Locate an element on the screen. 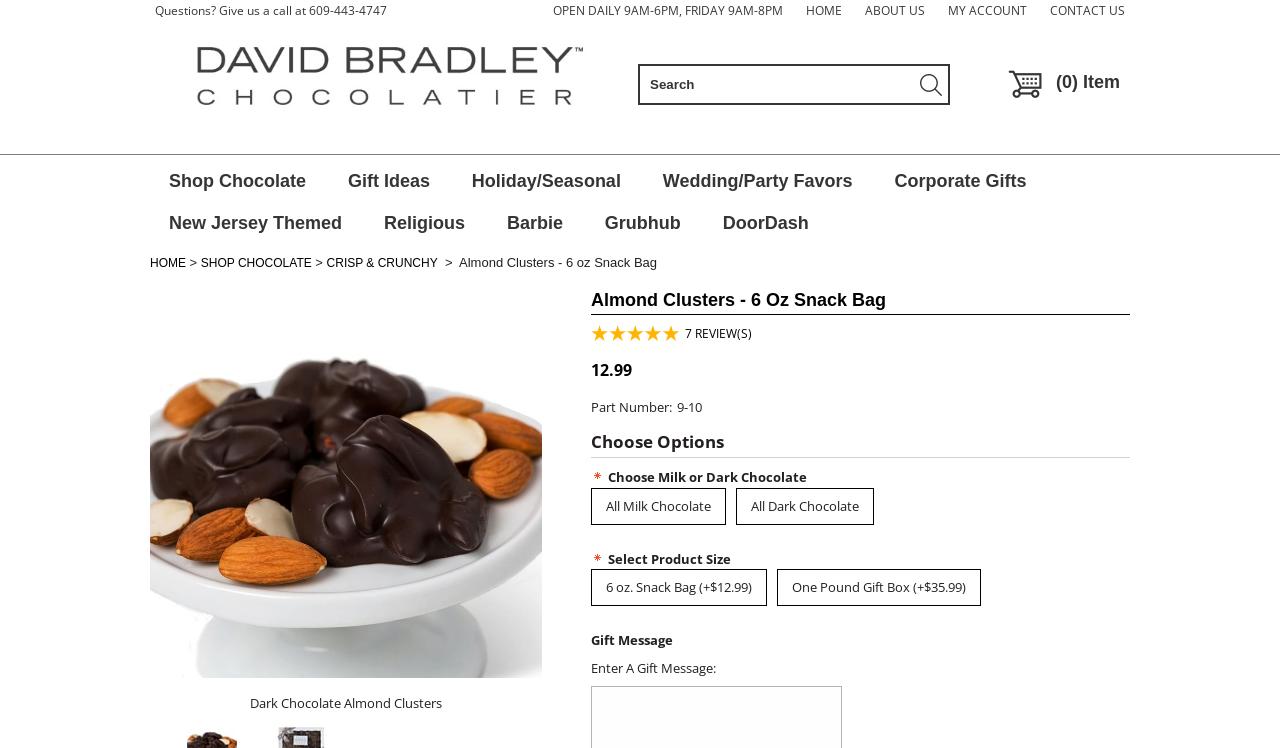 The image size is (1280, 748). 'Open Daily 9am-6pm, Friday 9am-8pm' is located at coordinates (668, 10).